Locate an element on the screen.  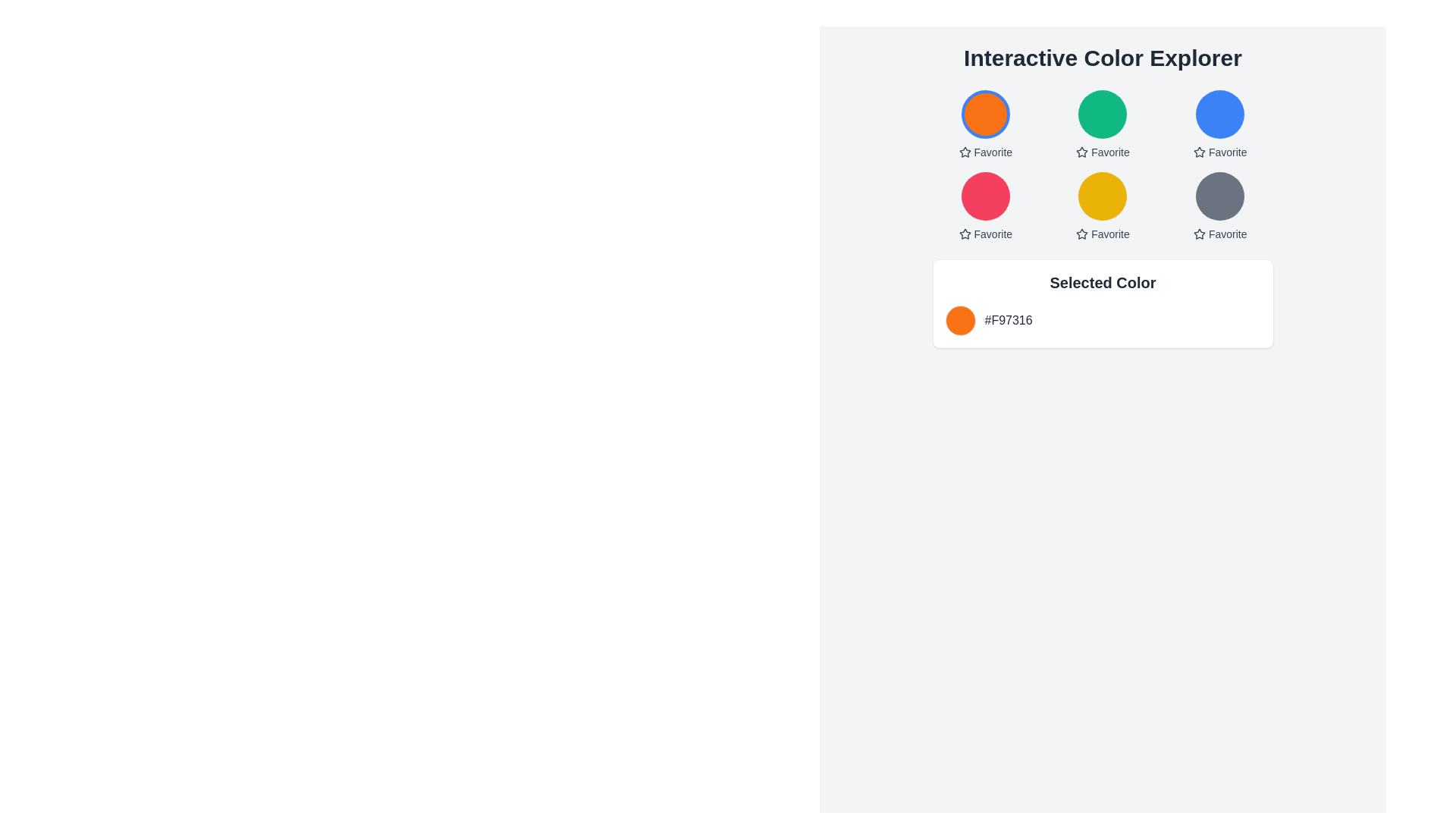
the interactive circular button representing a color option located in the middle row of the grid layout below the 'Interactive Color Explorer' header is located at coordinates (1103, 219).